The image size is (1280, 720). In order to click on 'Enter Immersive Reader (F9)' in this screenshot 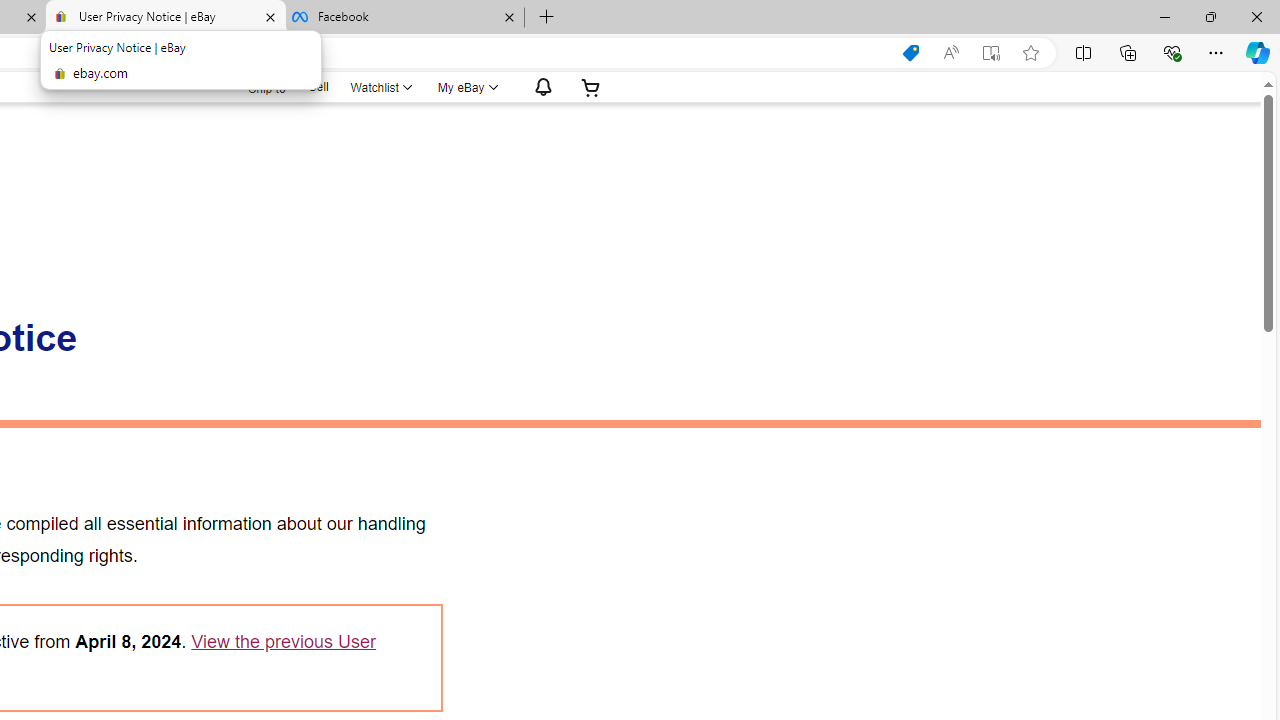, I will do `click(991, 52)`.